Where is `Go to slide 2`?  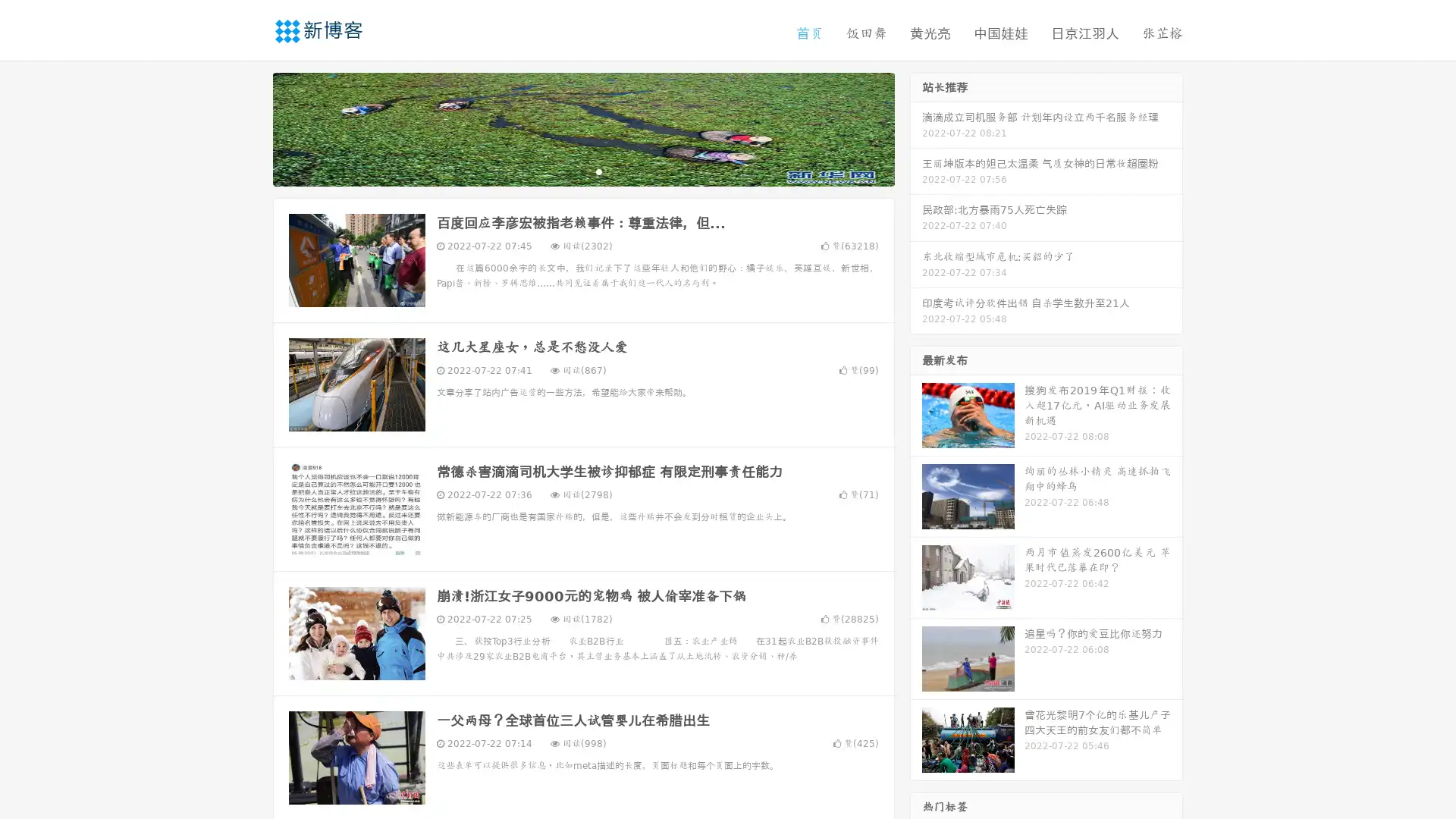 Go to slide 2 is located at coordinates (582, 171).